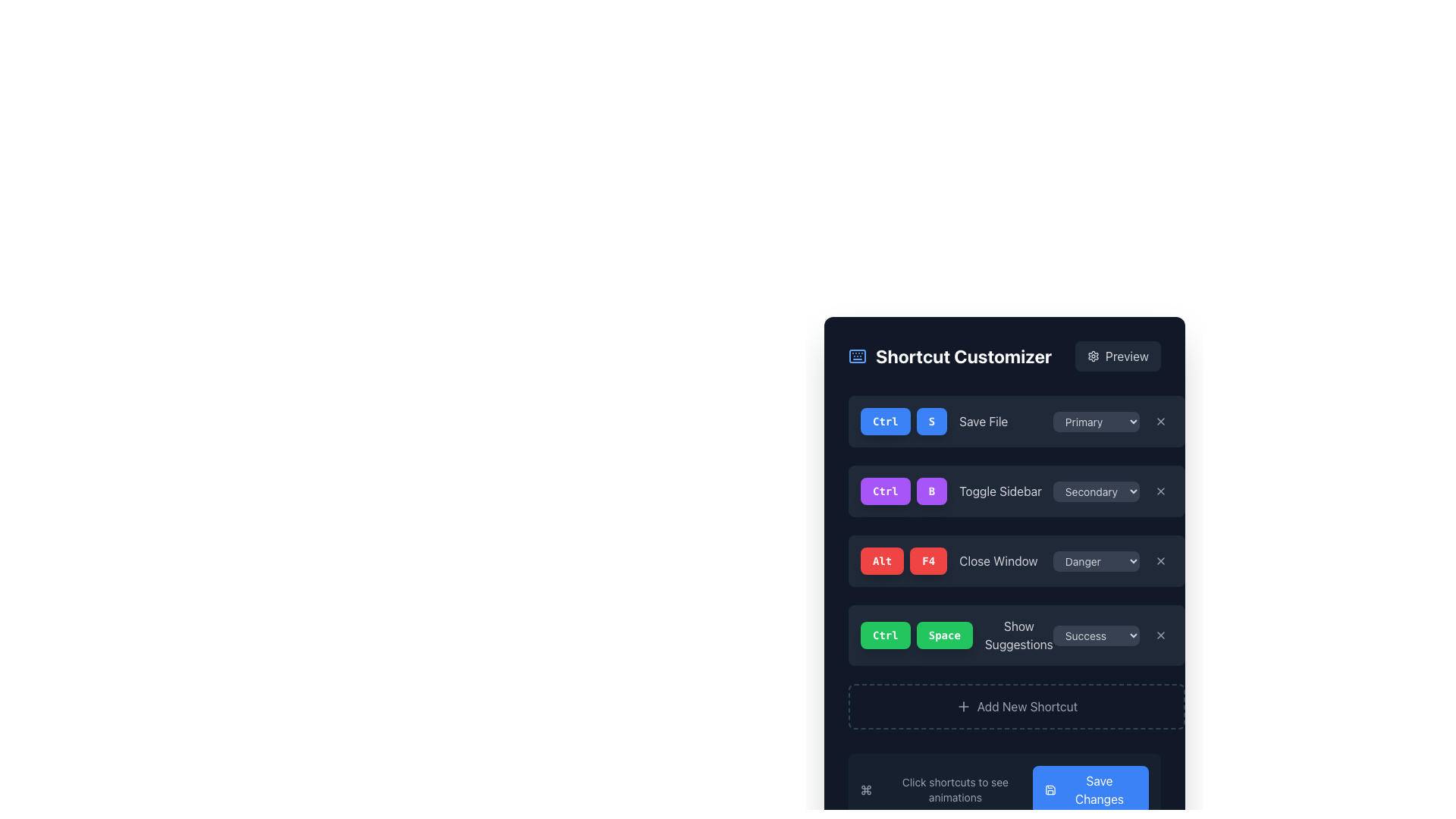  What do you see at coordinates (1159, 421) in the screenshot?
I see `the small, square button with rounded edges that contains a gray 'X' icon, located at the rightmost end of the row with the label 'Primary' in the 'Shortcut Customizer' panel` at bounding box center [1159, 421].